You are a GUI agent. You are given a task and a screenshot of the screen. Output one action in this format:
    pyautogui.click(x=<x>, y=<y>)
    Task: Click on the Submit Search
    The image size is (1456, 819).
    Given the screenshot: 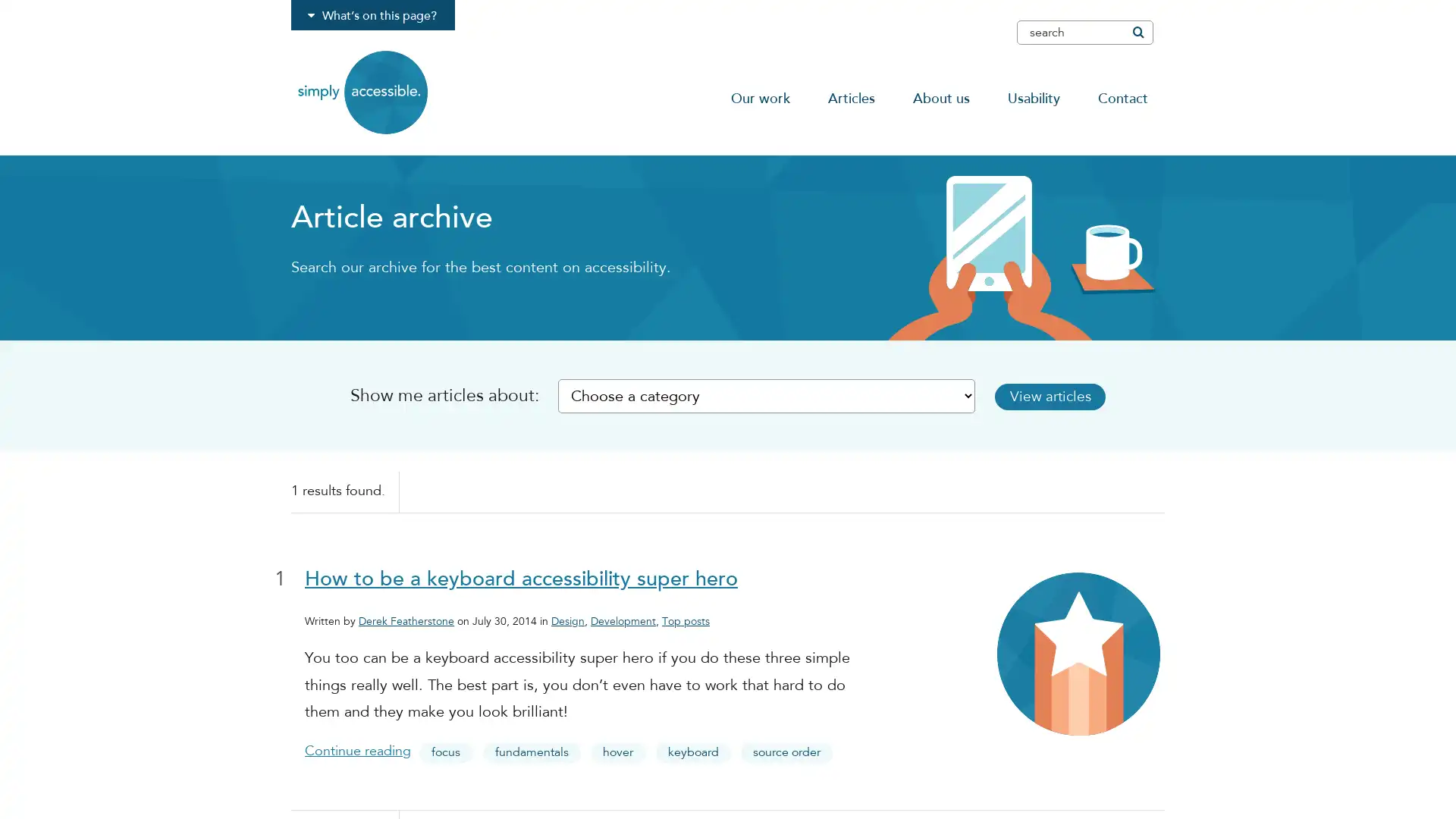 What is the action you would take?
    pyautogui.click(x=1137, y=32)
    